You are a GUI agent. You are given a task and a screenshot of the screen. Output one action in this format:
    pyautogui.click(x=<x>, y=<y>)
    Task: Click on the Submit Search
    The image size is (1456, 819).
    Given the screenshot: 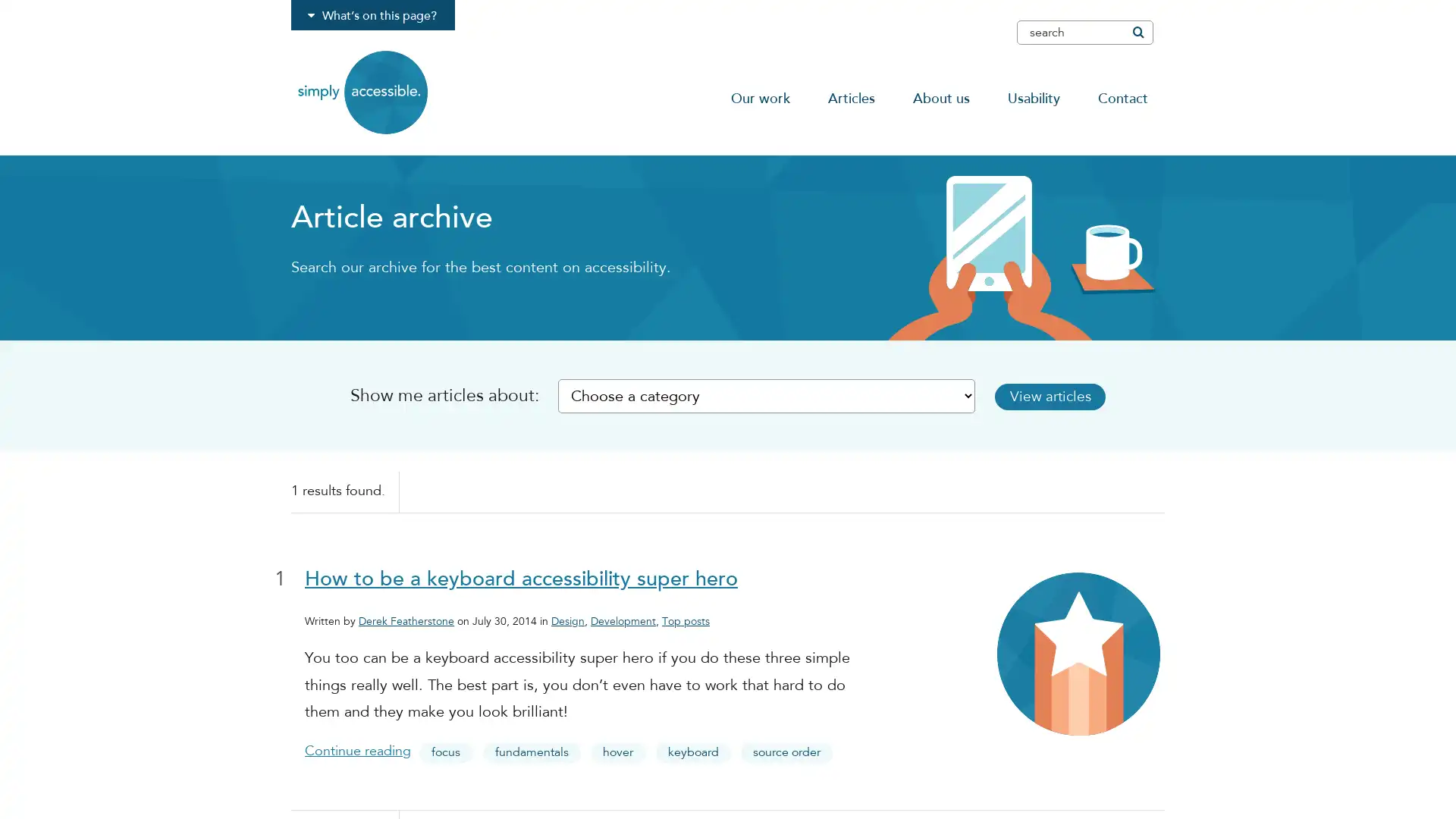 What is the action you would take?
    pyautogui.click(x=1137, y=32)
    